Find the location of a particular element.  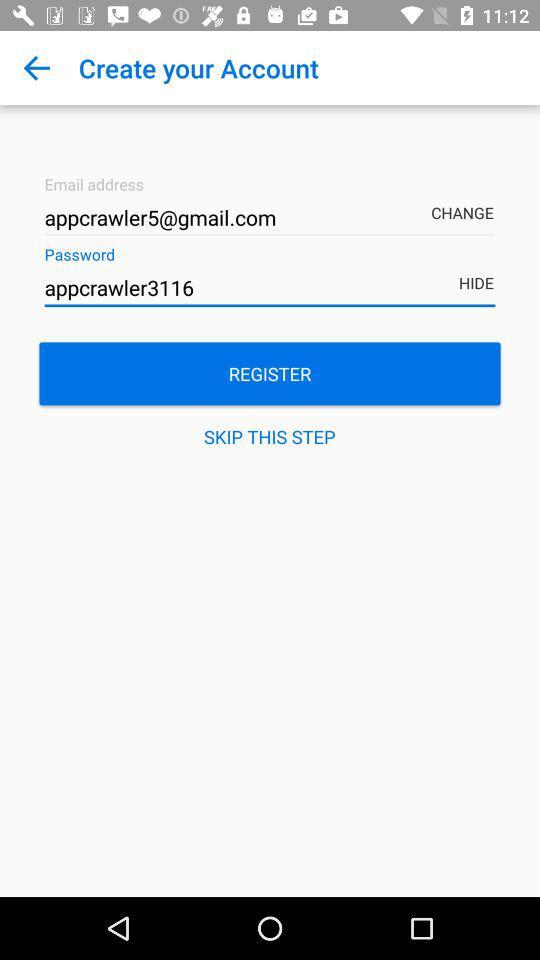

the skip this step icon is located at coordinates (269, 436).